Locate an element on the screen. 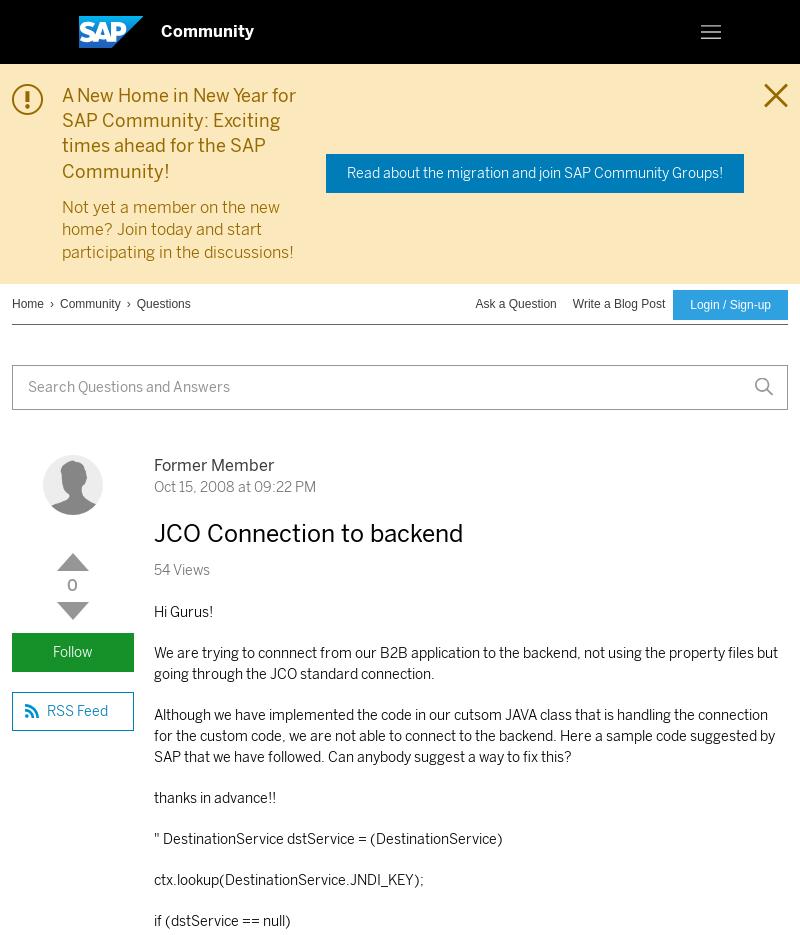 Image resolution: width=800 pixels, height=935 pixels. 'A New Home in New Year for SAP Community: Exciting times ahead for the SAP Community!' is located at coordinates (178, 133).